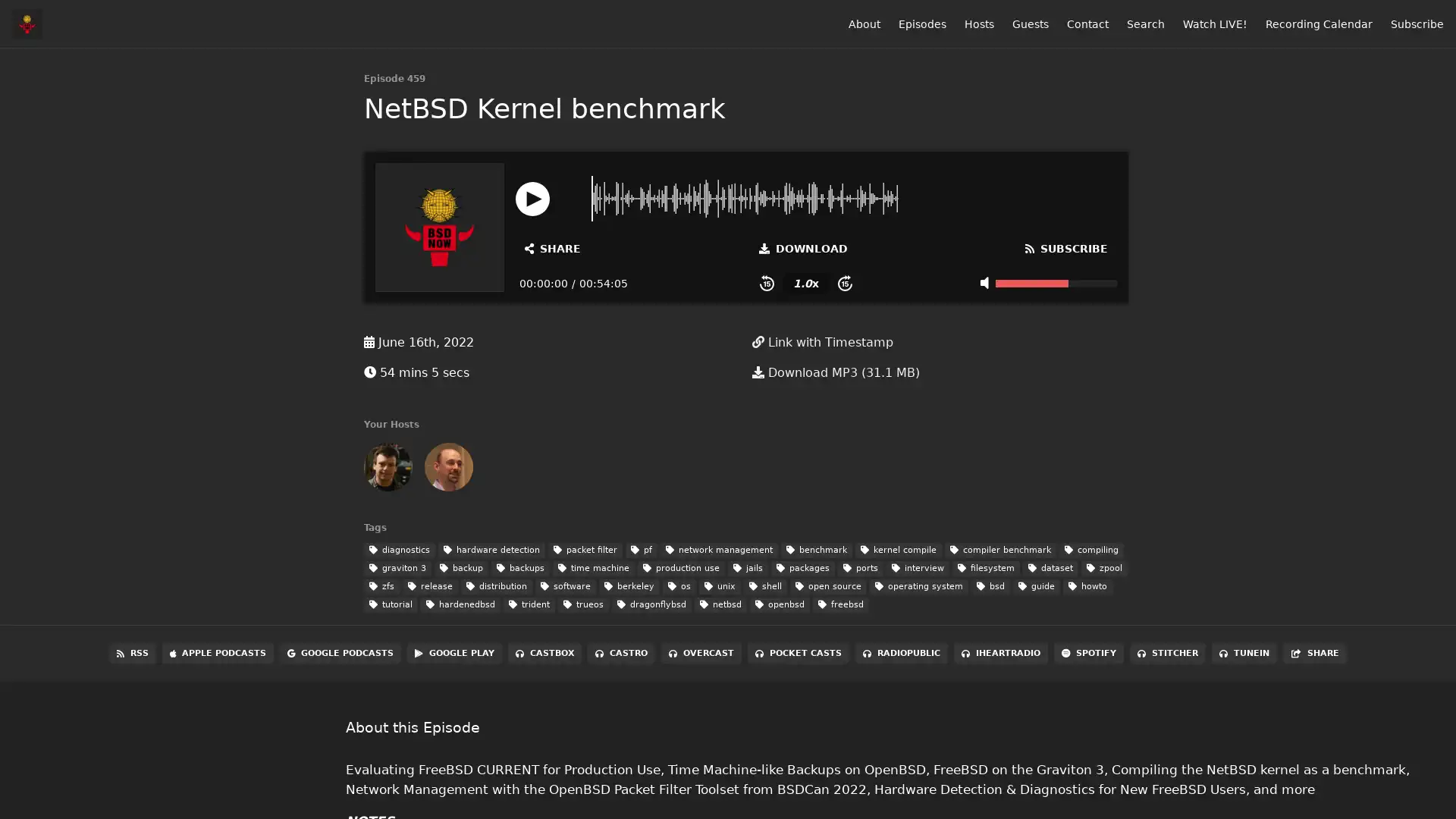 The image size is (1456, 819). What do you see at coordinates (552, 247) in the screenshot?
I see `Open Share and Subscribe Dialog` at bounding box center [552, 247].